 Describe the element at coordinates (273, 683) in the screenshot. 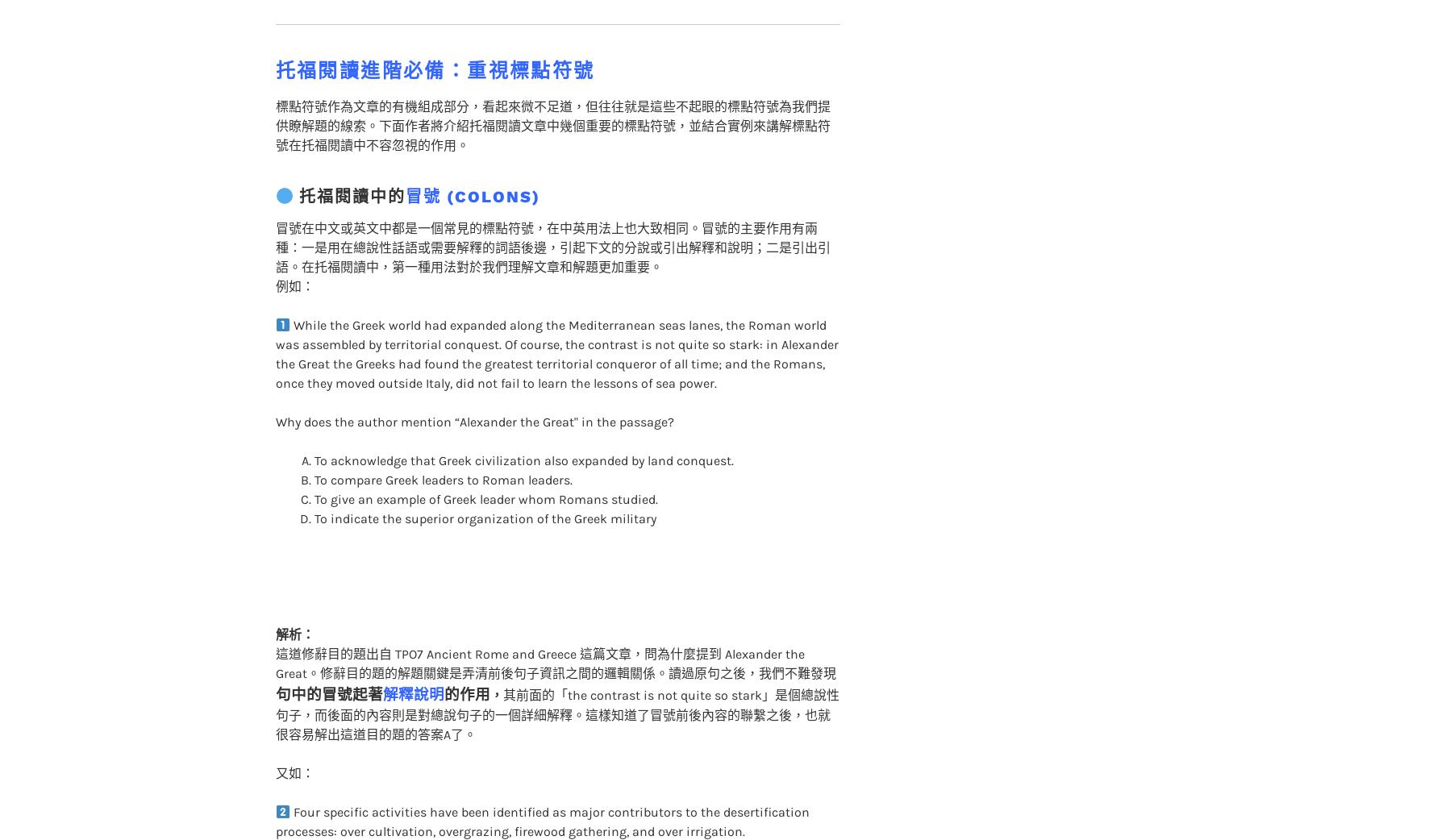

I see `'其前面的「the contrast is not quite so stark」是個總說性句子，而後面的內容則是對總說句子的一個詳細解釋。這樣知道了冒號前後內容的聯繫之後，也就很容易解出這道目的題的答案A了。'` at that location.